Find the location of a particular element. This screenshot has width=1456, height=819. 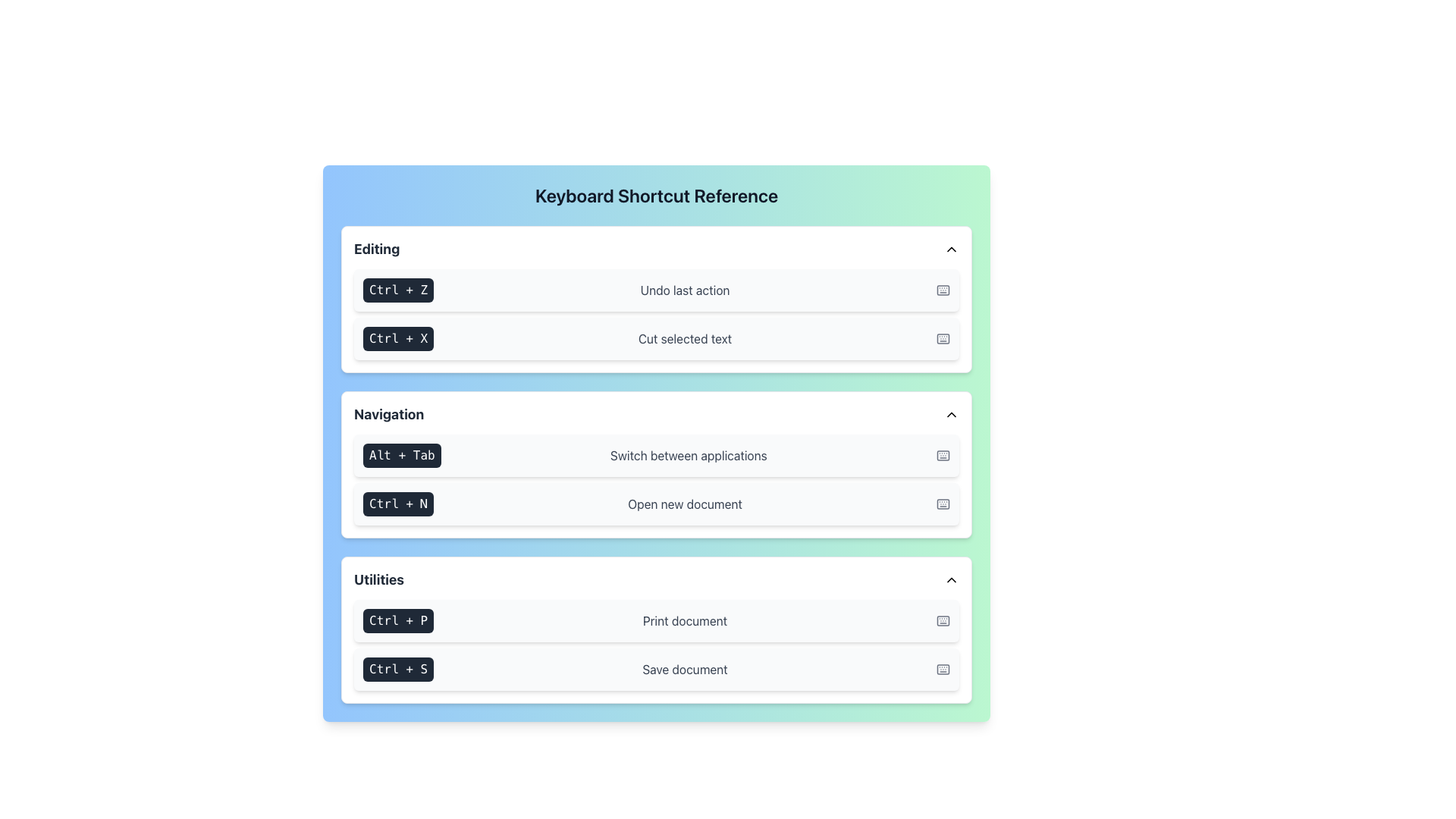

the second informational list item in the 'Editing' category that displays the shortcut 'Ctrl + X' and the text 'Cut selected text.' is located at coordinates (656, 338).